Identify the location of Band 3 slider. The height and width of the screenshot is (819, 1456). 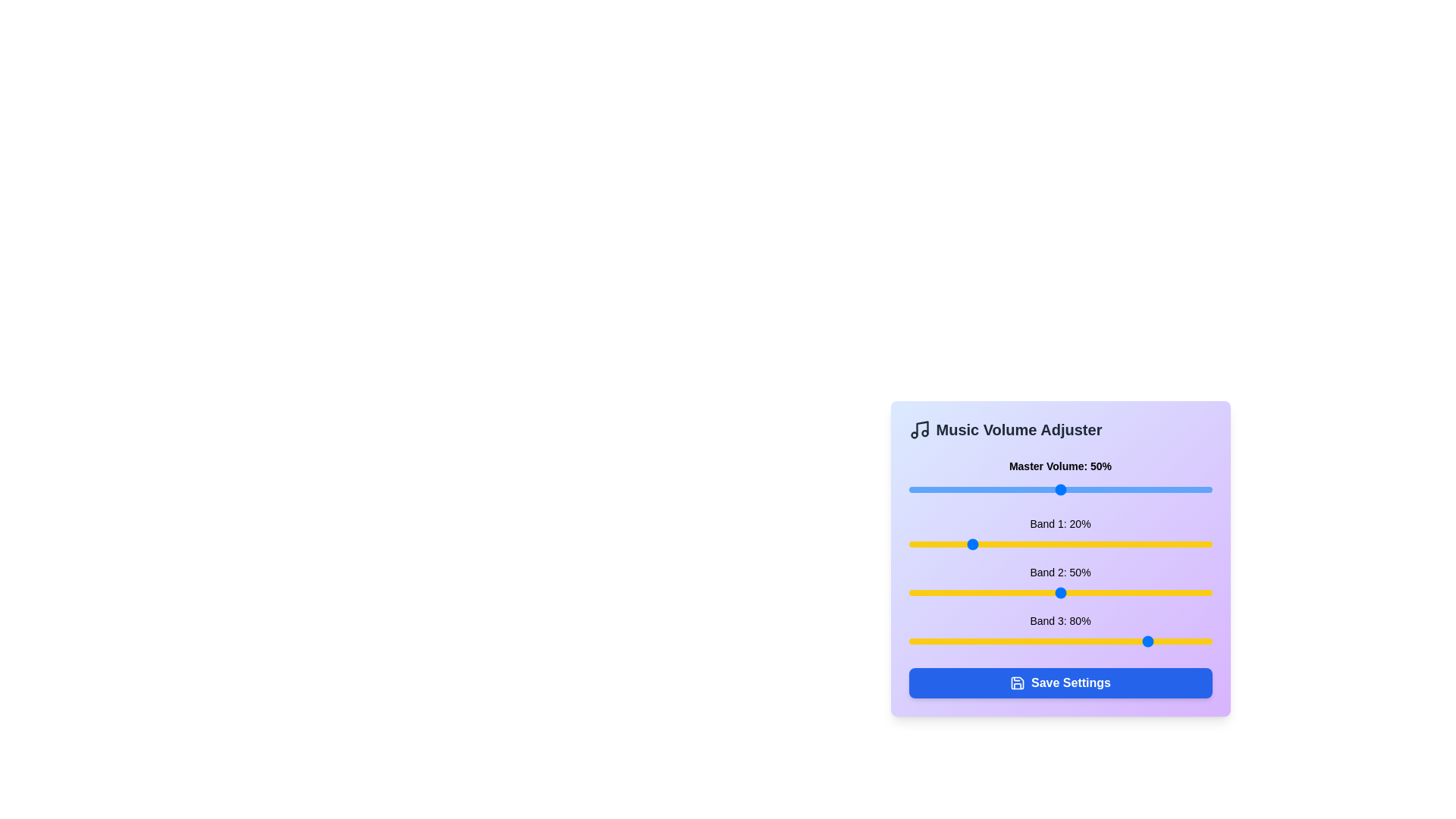
(944, 641).